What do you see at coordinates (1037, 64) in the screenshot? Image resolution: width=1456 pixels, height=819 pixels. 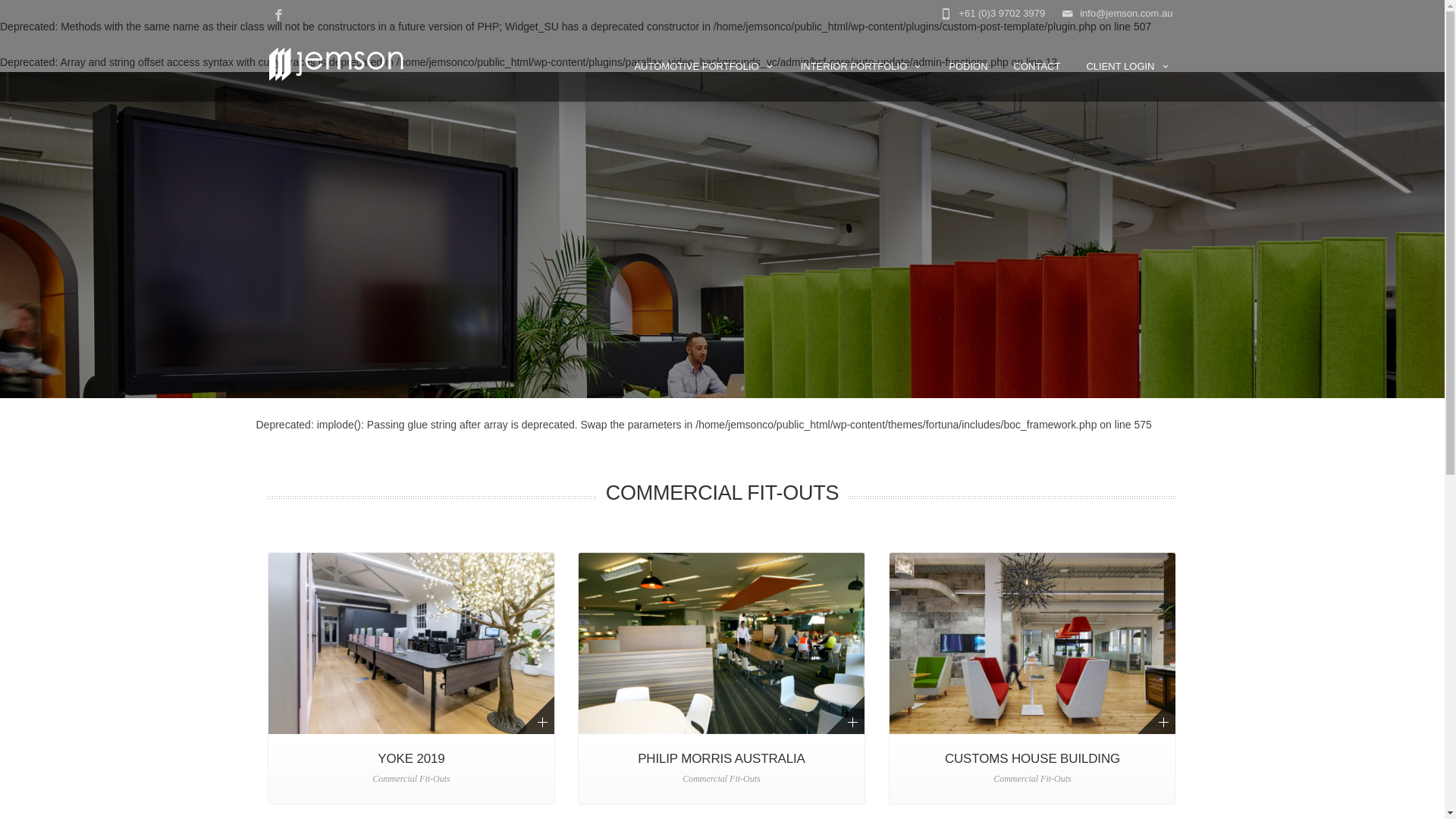 I see `'CONTACT'` at bounding box center [1037, 64].